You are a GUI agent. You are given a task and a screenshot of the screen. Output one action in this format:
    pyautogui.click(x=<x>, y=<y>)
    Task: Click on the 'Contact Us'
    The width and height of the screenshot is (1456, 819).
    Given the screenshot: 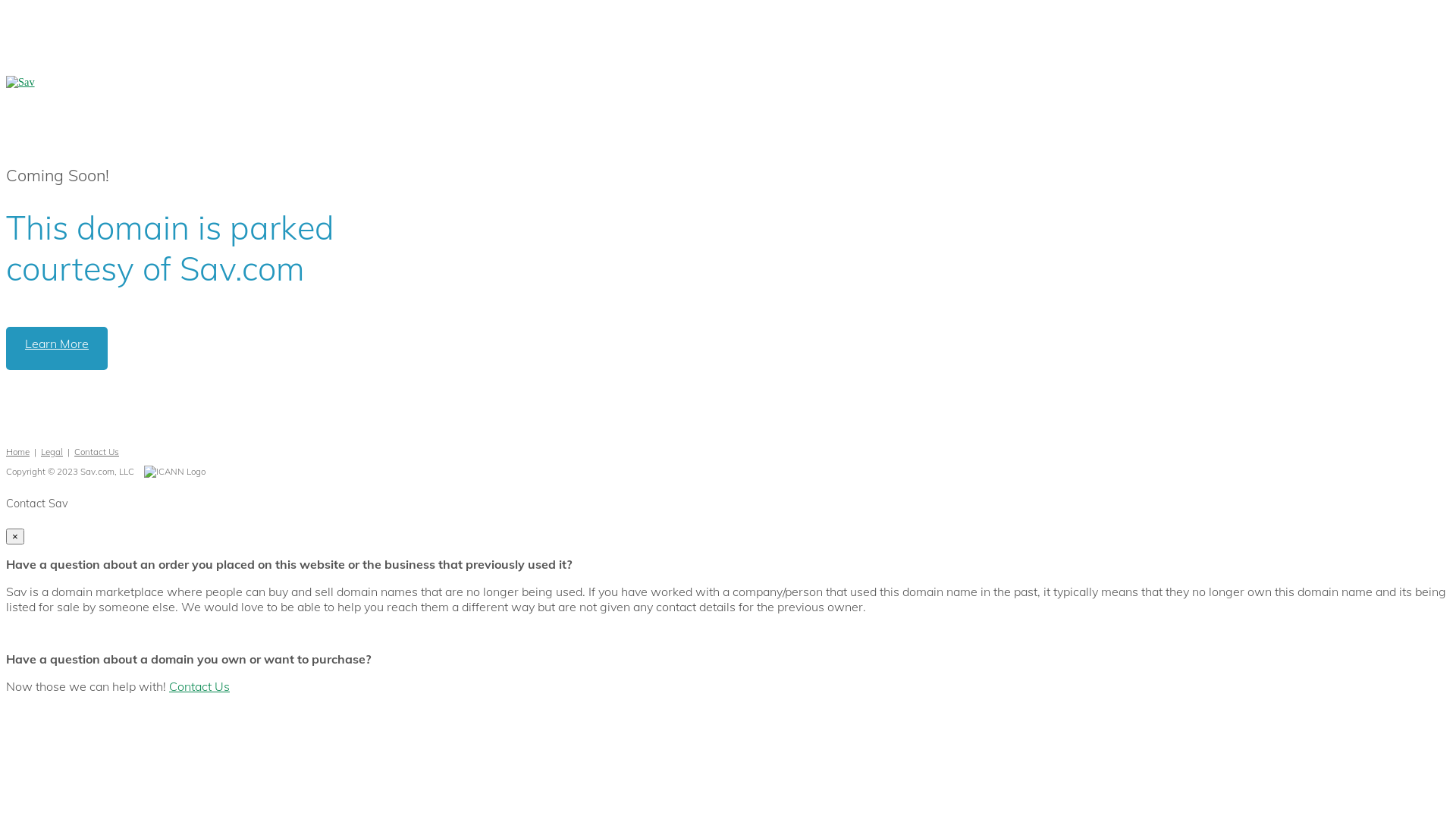 What is the action you would take?
    pyautogui.click(x=168, y=686)
    